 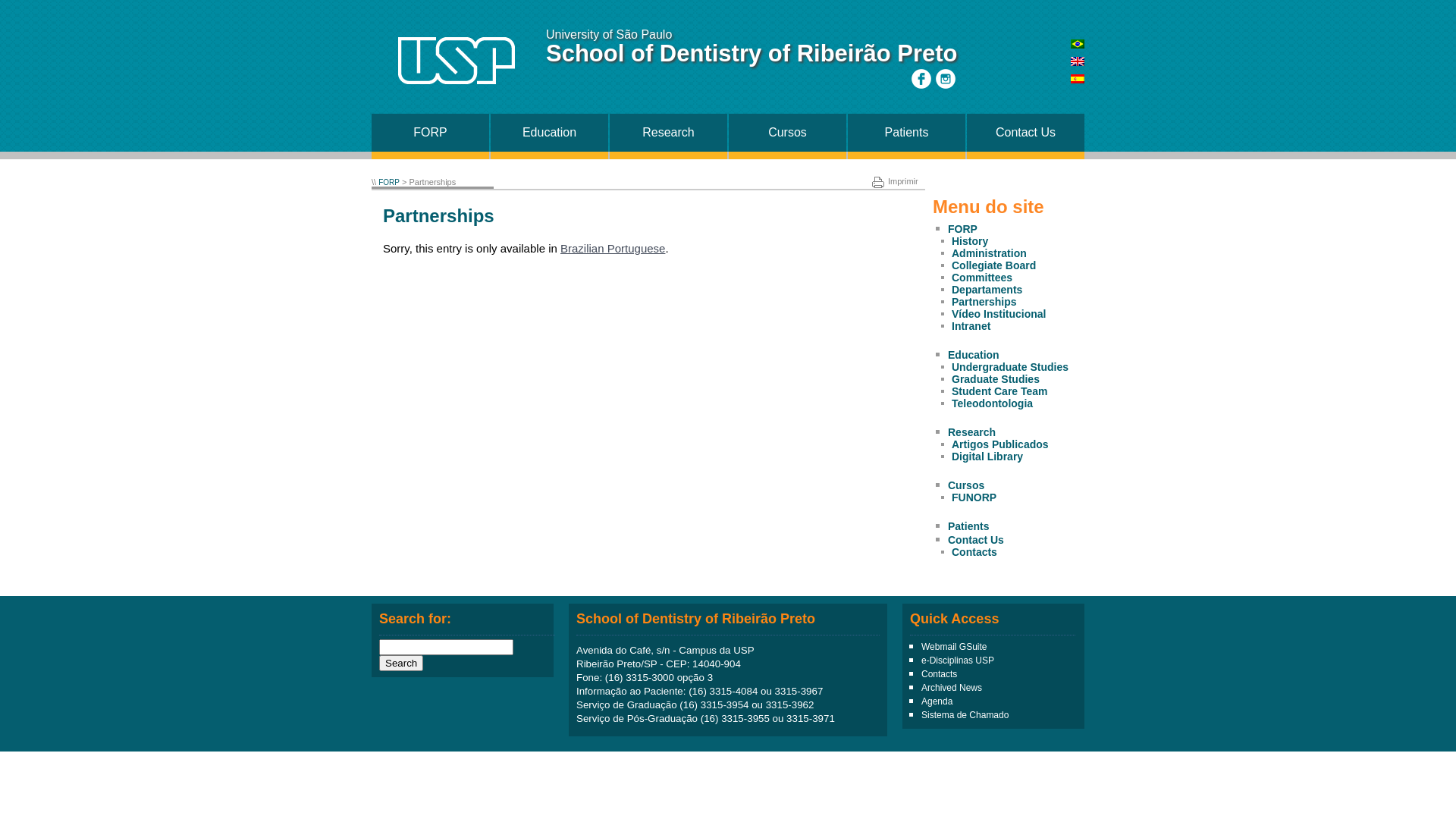 What do you see at coordinates (400, 662) in the screenshot?
I see `'Search'` at bounding box center [400, 662].